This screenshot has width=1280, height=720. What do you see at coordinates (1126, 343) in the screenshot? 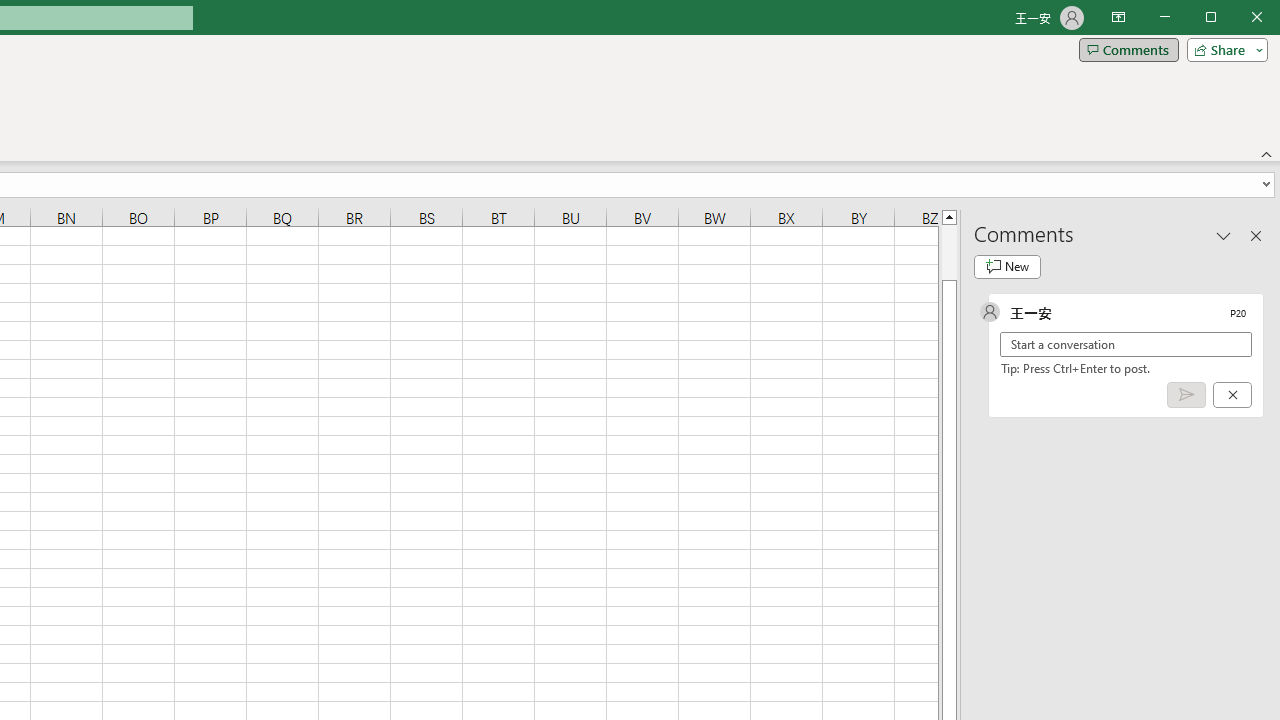
I see `'Start a conversation'` at bounding box center [1126, 343].